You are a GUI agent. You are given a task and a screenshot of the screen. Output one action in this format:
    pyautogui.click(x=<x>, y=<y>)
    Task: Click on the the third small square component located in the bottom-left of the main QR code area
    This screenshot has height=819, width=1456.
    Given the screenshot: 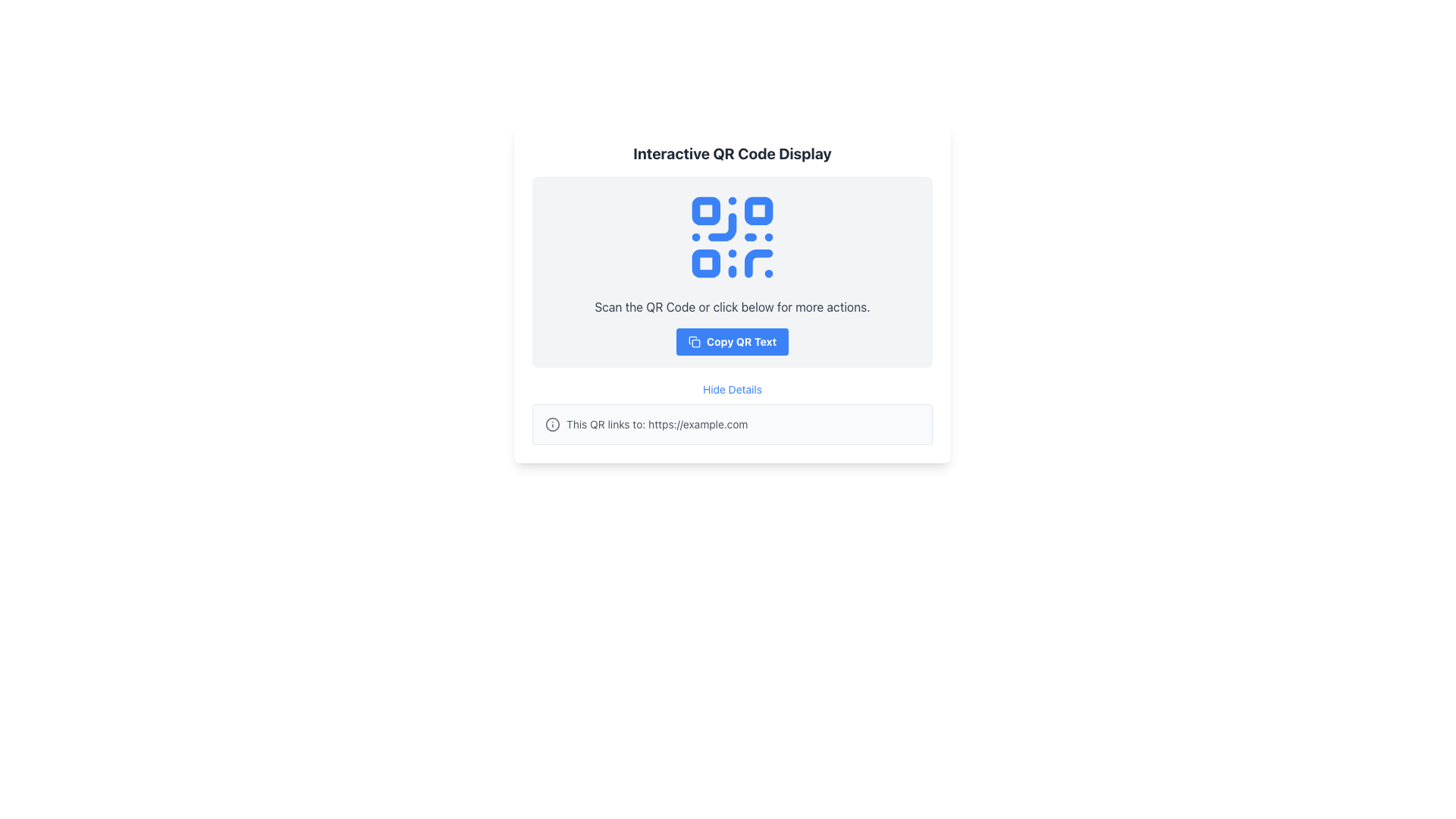 What is the action you would take?
    pyautogui.click(x=705, y=262)
    